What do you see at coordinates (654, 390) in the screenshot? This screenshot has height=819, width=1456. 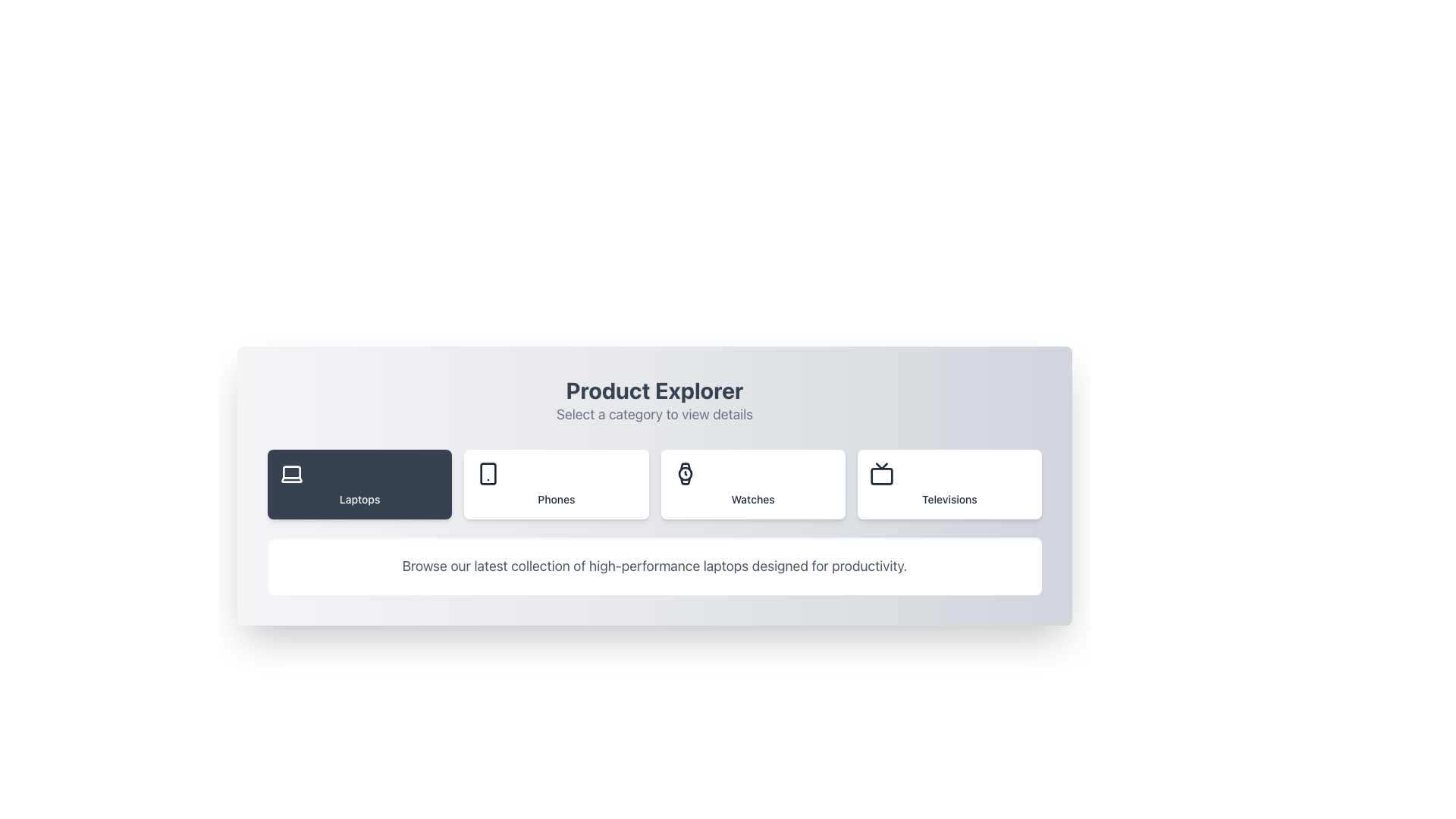 I see `the stylized text header displaying 'Product Explorer' which is centered at the top of a section` at bounding box center [654, 390].